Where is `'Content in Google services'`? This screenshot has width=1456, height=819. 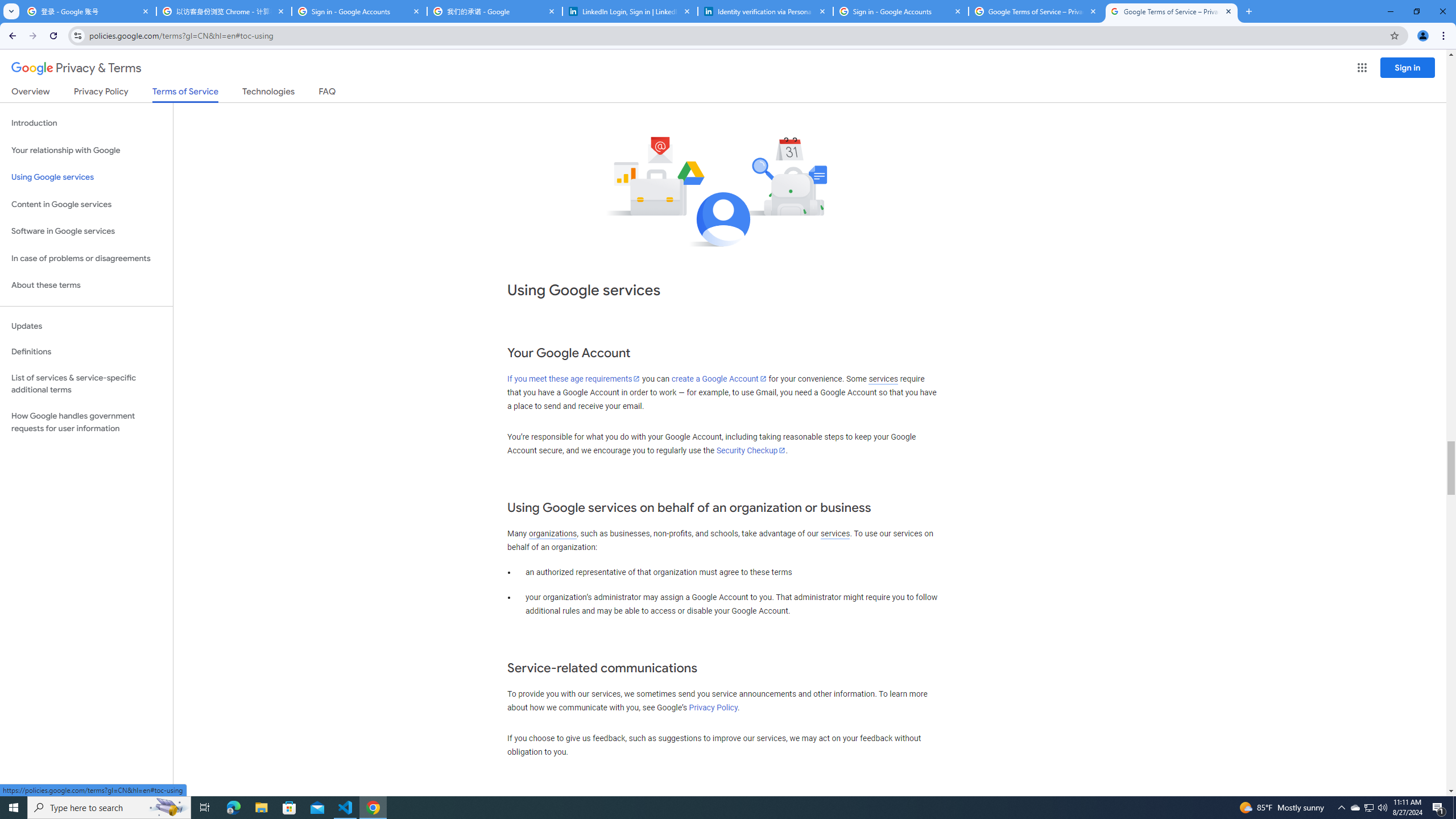 'Content in Google services' is located at coordinates (86, 205).